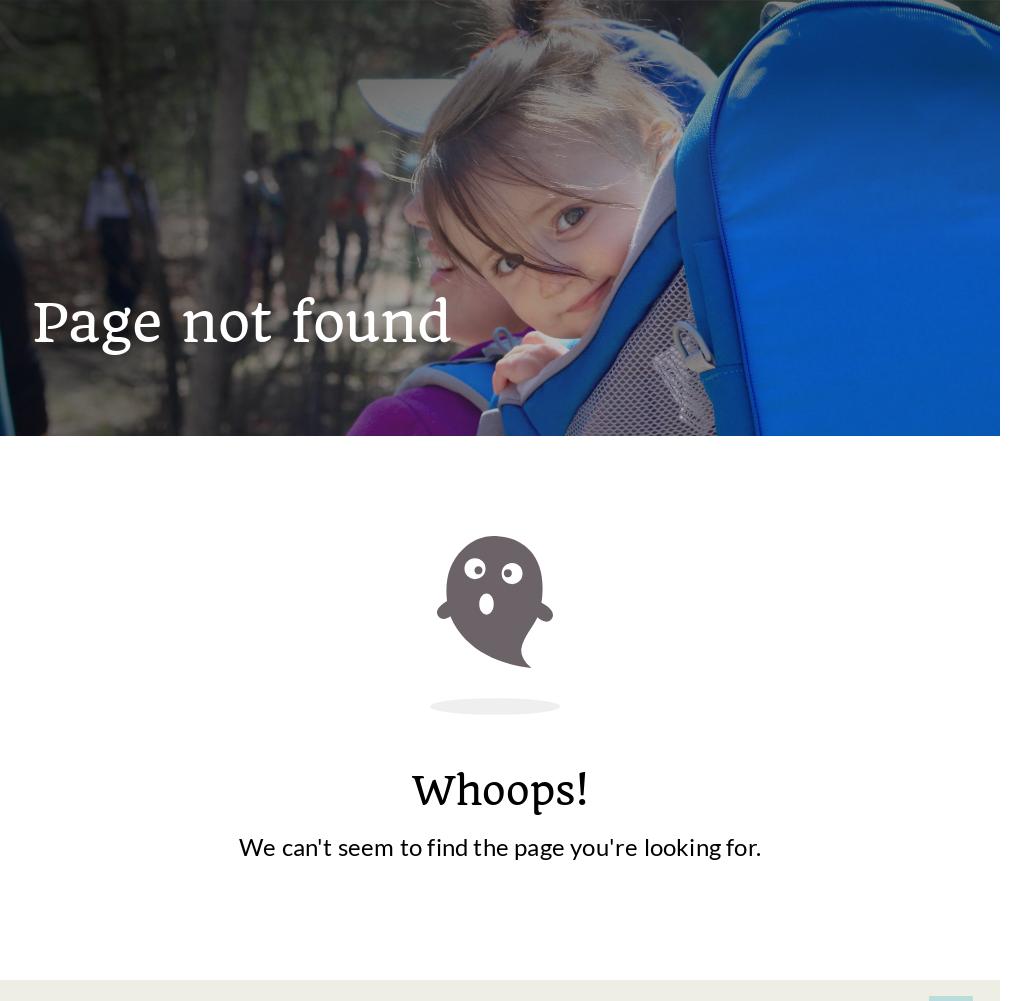 The height and width of the screenshot is (1001, 1011). What do you see at coordinates (456, 885) in the screenshot?
I see `'Take Action'` at bounding box center [456, 885].